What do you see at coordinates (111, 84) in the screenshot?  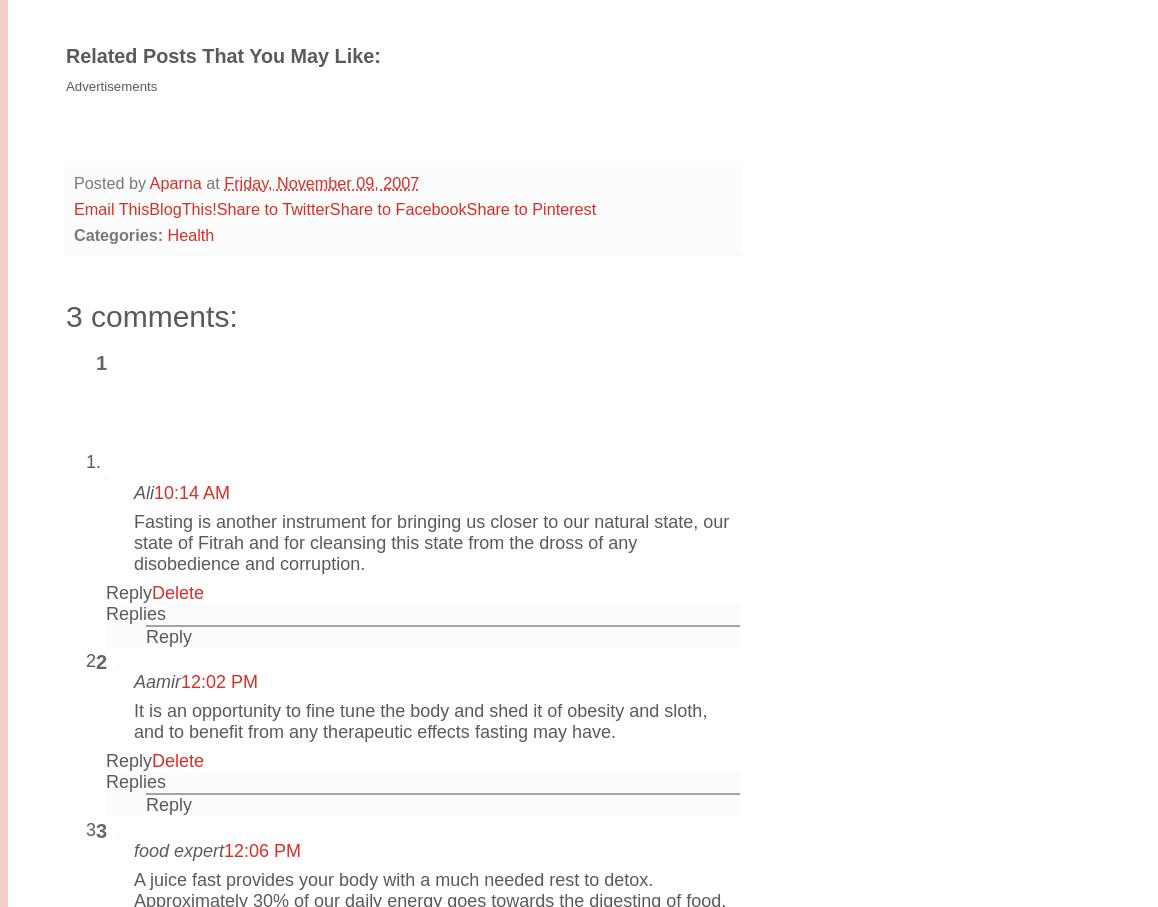 I see `'Advertisements'` at bounding box center [111, 84].